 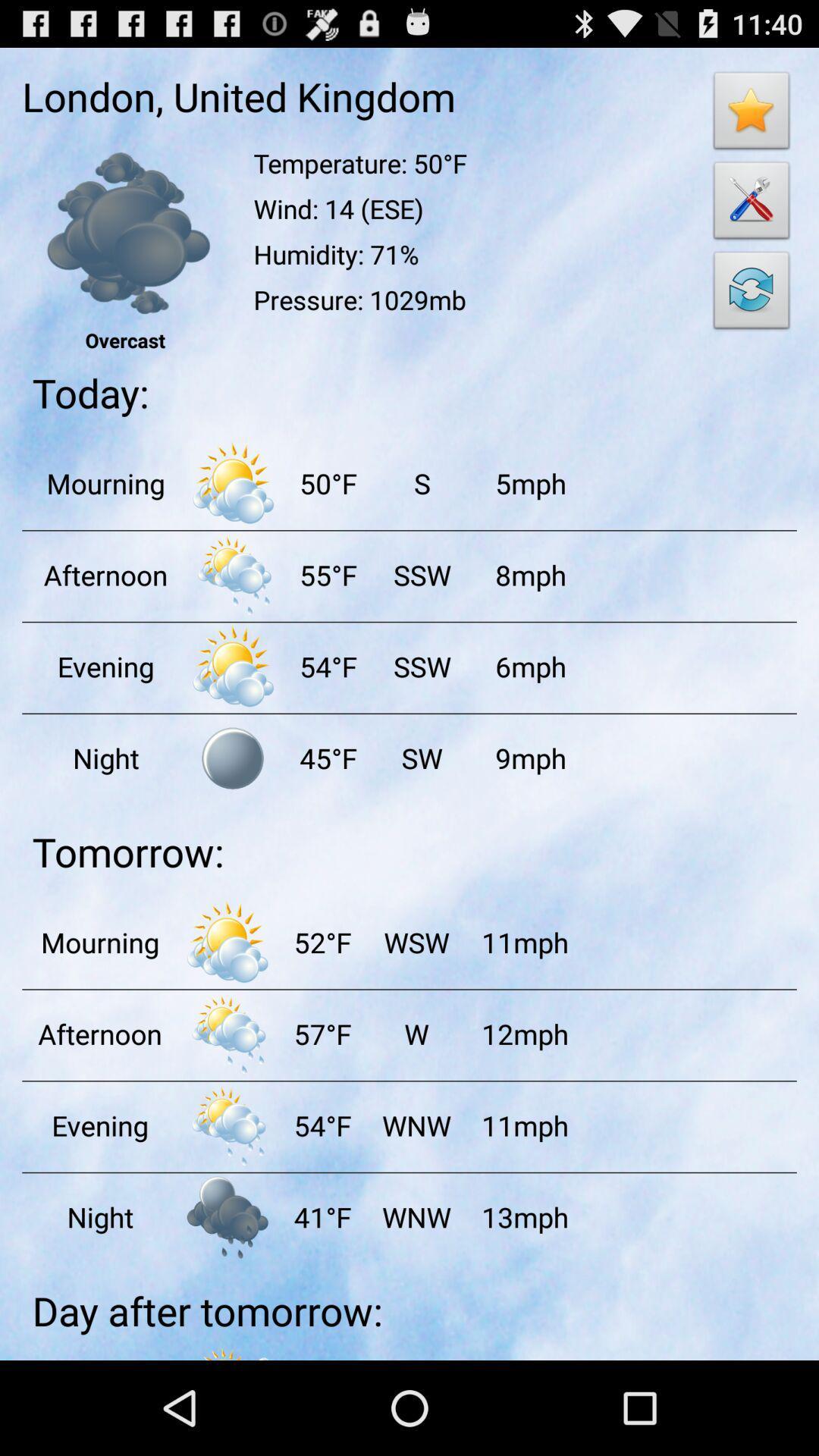 What do you see at coordinates (752, 294) in the screenshot?
I see `item to the right of the wind: 14 (ese) app` at bounding box center [752, 294].